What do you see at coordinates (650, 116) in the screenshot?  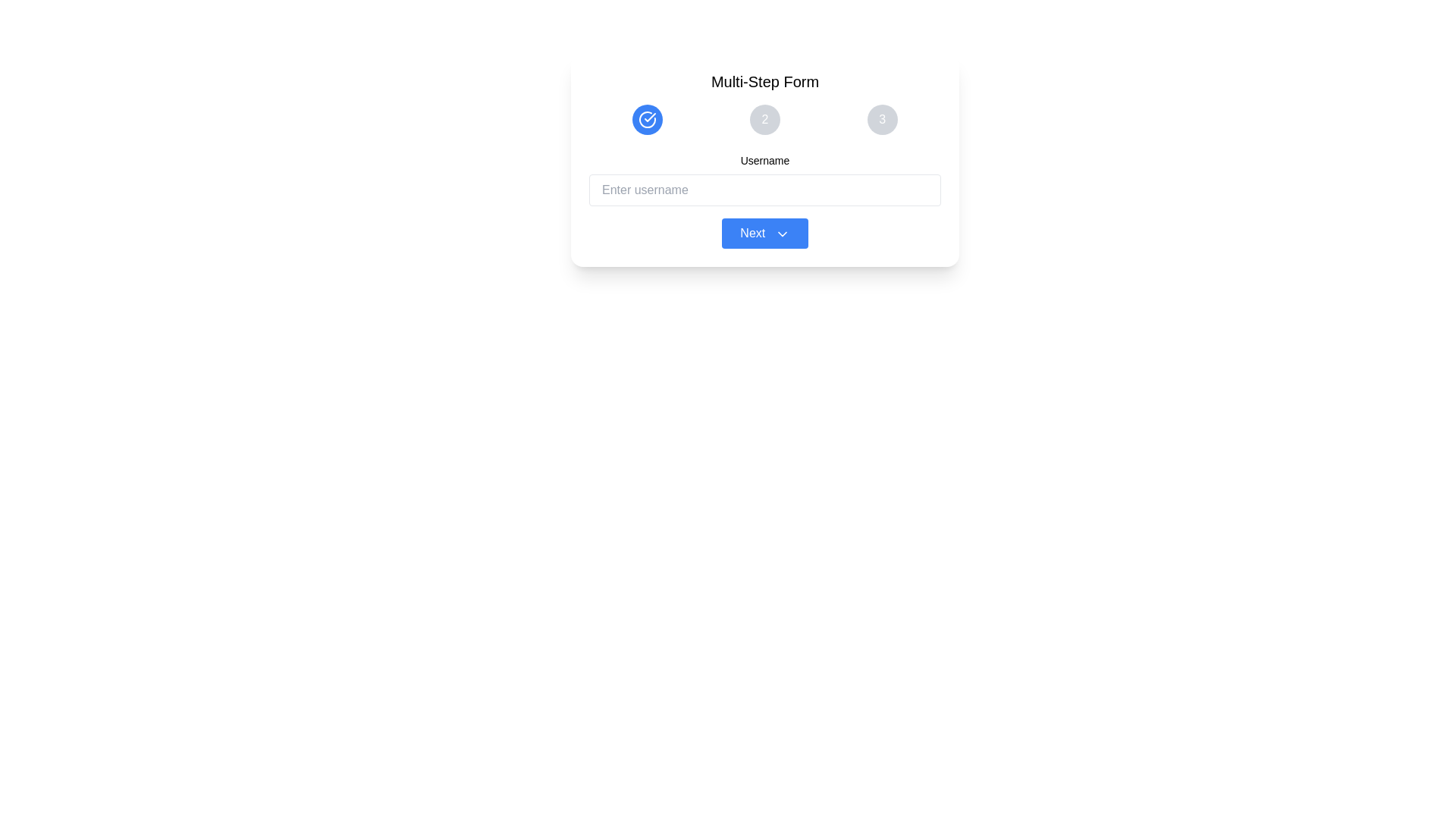 I see `the checkmark icon enclosed within a circular progress indicator at the top left of the form, which represents the first step in a multi-step process` at bounding box center [650, 116].